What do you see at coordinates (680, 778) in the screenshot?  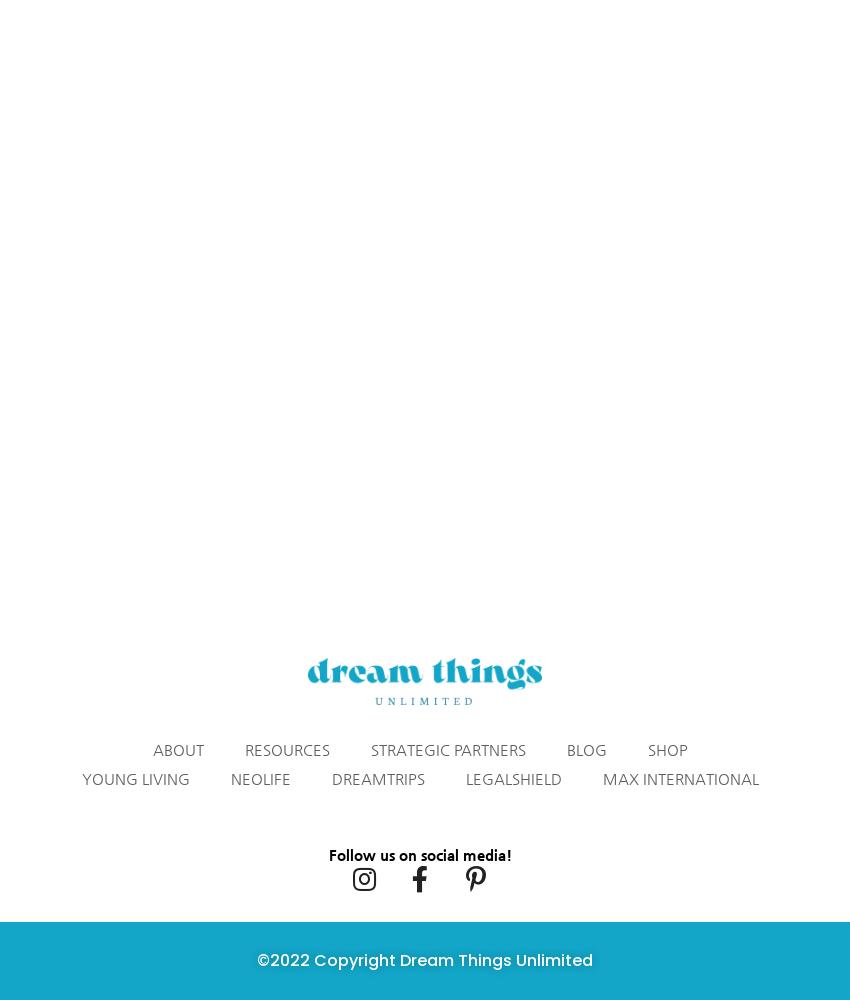 I see `'Max International'` at bounding box center [680, 778].